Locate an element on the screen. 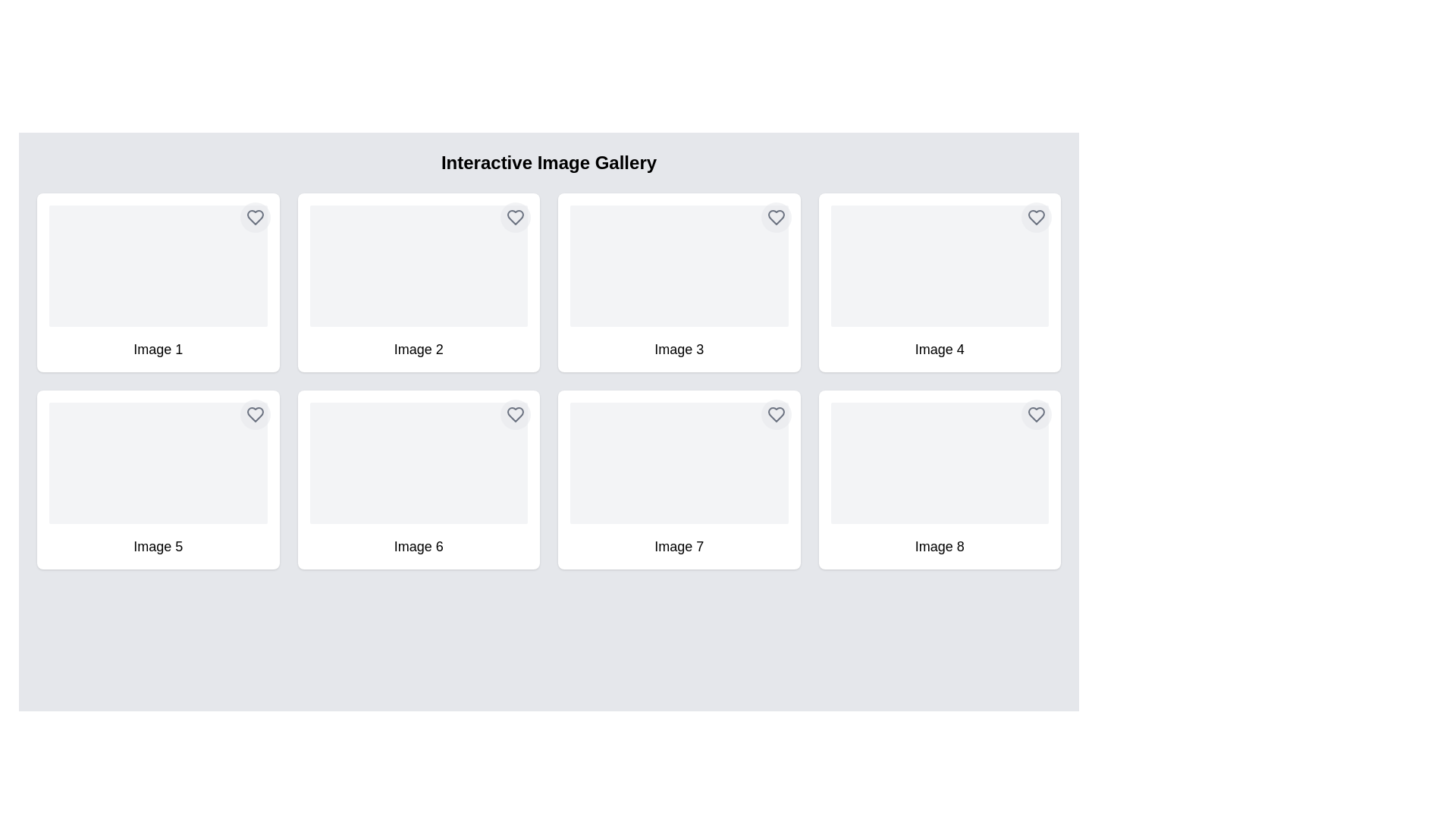 The width and height of the screenshot is (1456, 819). the heart-shaped icon located in the top-right corner of the card labeled 'Image 4' is located at coordinates (1036, 217).